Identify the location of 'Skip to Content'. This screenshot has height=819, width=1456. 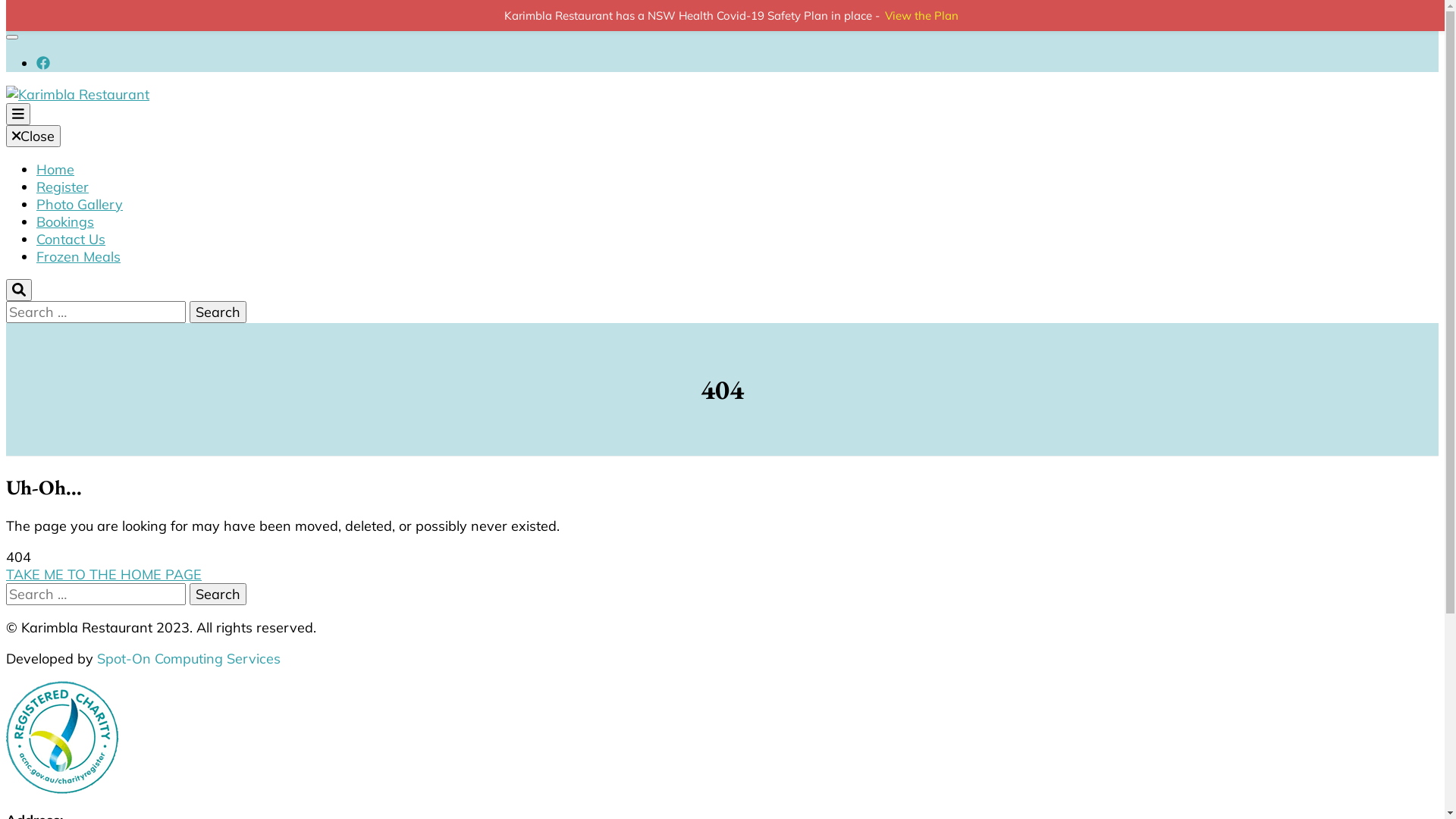
(54, 14).